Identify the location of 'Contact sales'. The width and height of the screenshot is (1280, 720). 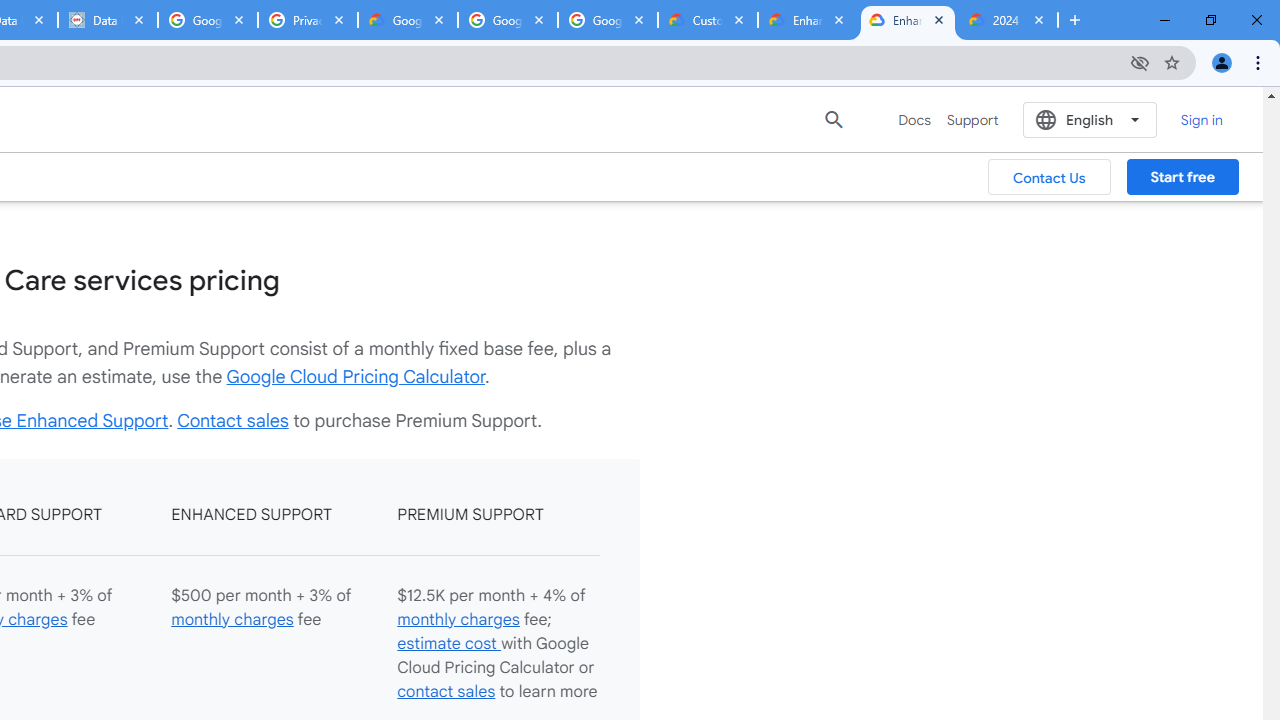
(232, 419).